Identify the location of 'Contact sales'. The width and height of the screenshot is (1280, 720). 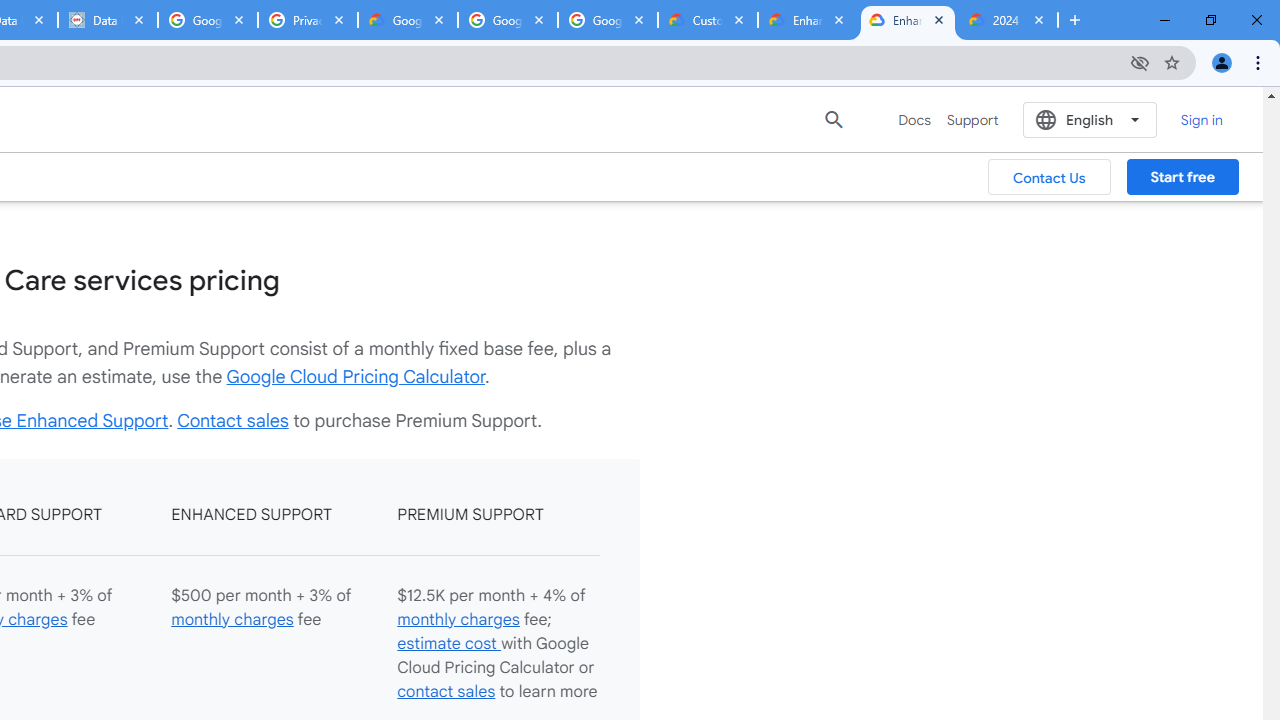
(232, 419).